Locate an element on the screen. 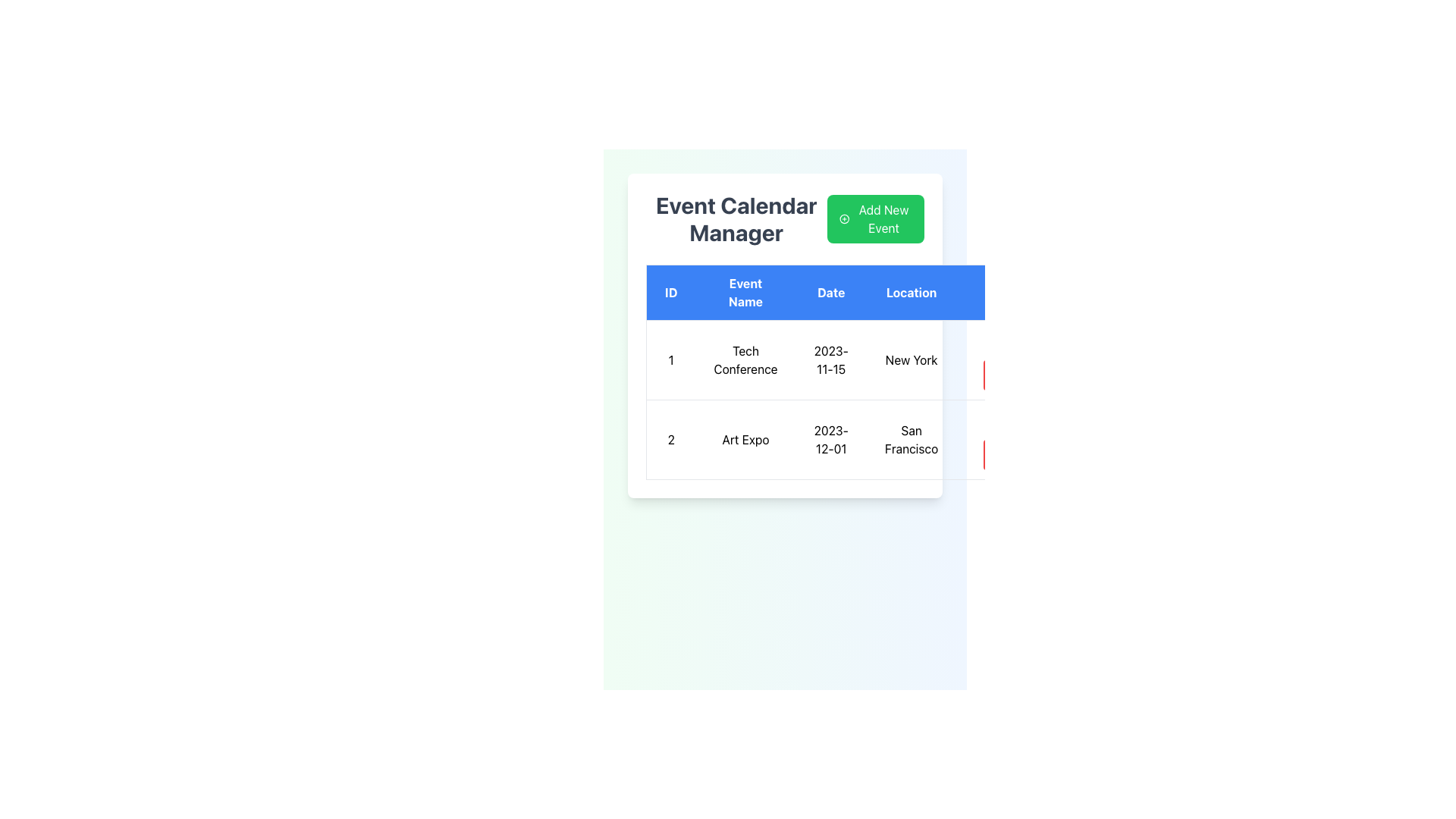 Image resolution: width=1456 pixels, height=819 pixels. the text element located in the second row of the table under the 'ID' column, which serves as an identifier for the event's position in the list is located at coordinates (670, 439).